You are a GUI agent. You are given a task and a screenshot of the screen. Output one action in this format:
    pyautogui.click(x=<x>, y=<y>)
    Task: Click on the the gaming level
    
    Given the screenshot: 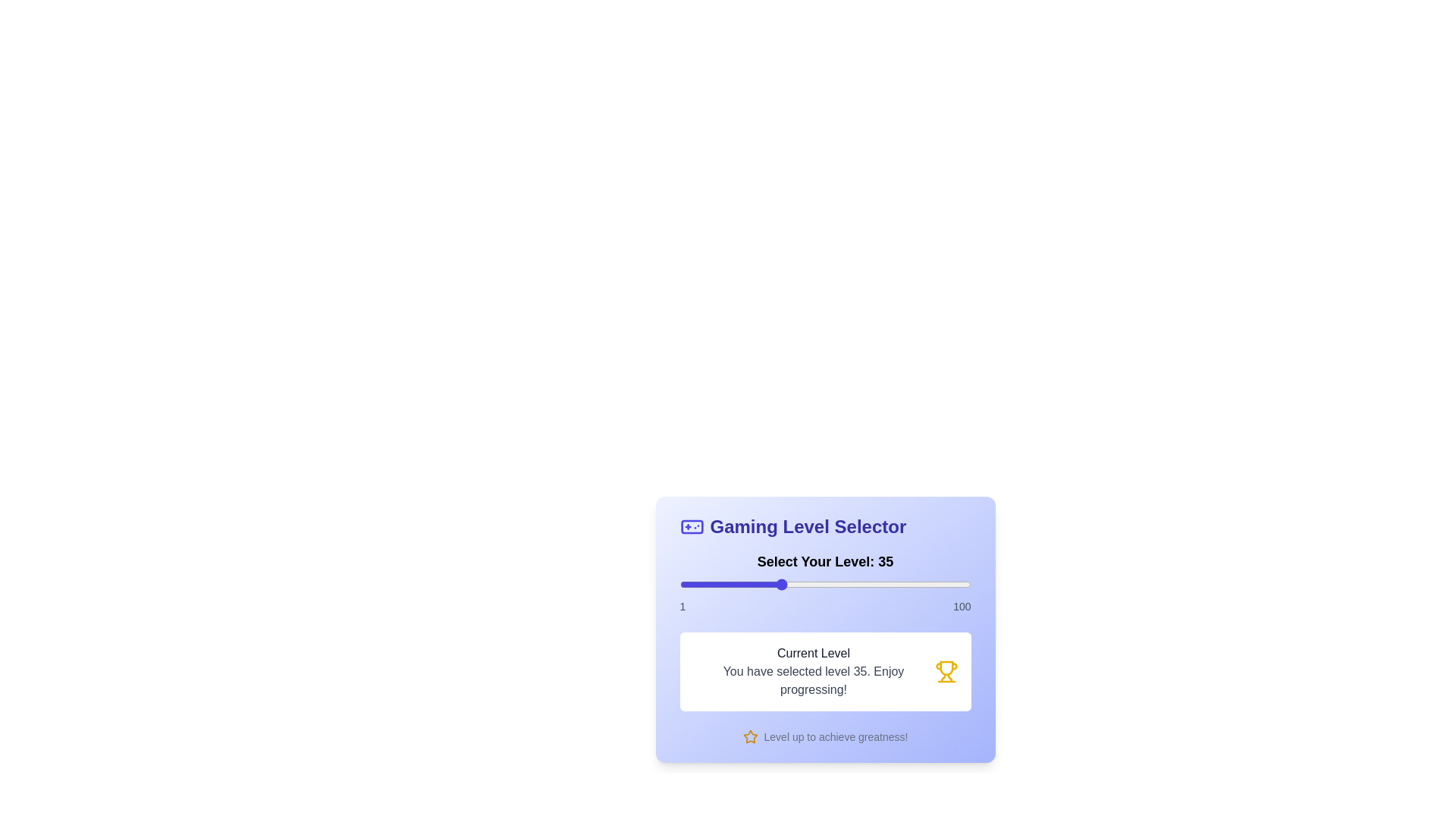 What is the action you would take?
    pyautogui.click(x=943, y=584)
    